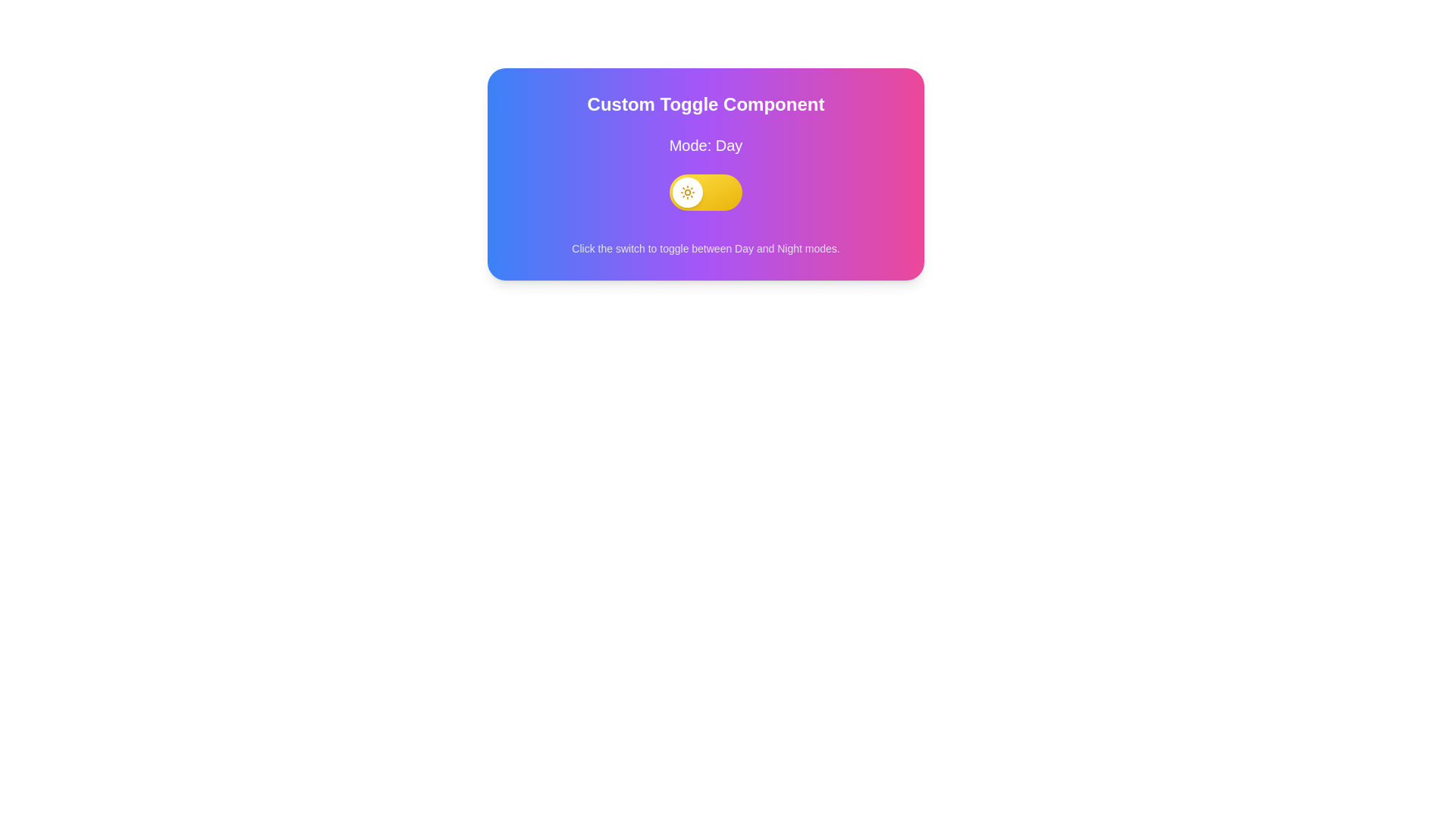 The height and width of the screenshot is (819, 1456). I want to click on the text label displaying the message 'Click the switch to toggle between Day and Night modes.' which is positioned below the toggle switch labeled 'Mode: Day', so click(705, 247).